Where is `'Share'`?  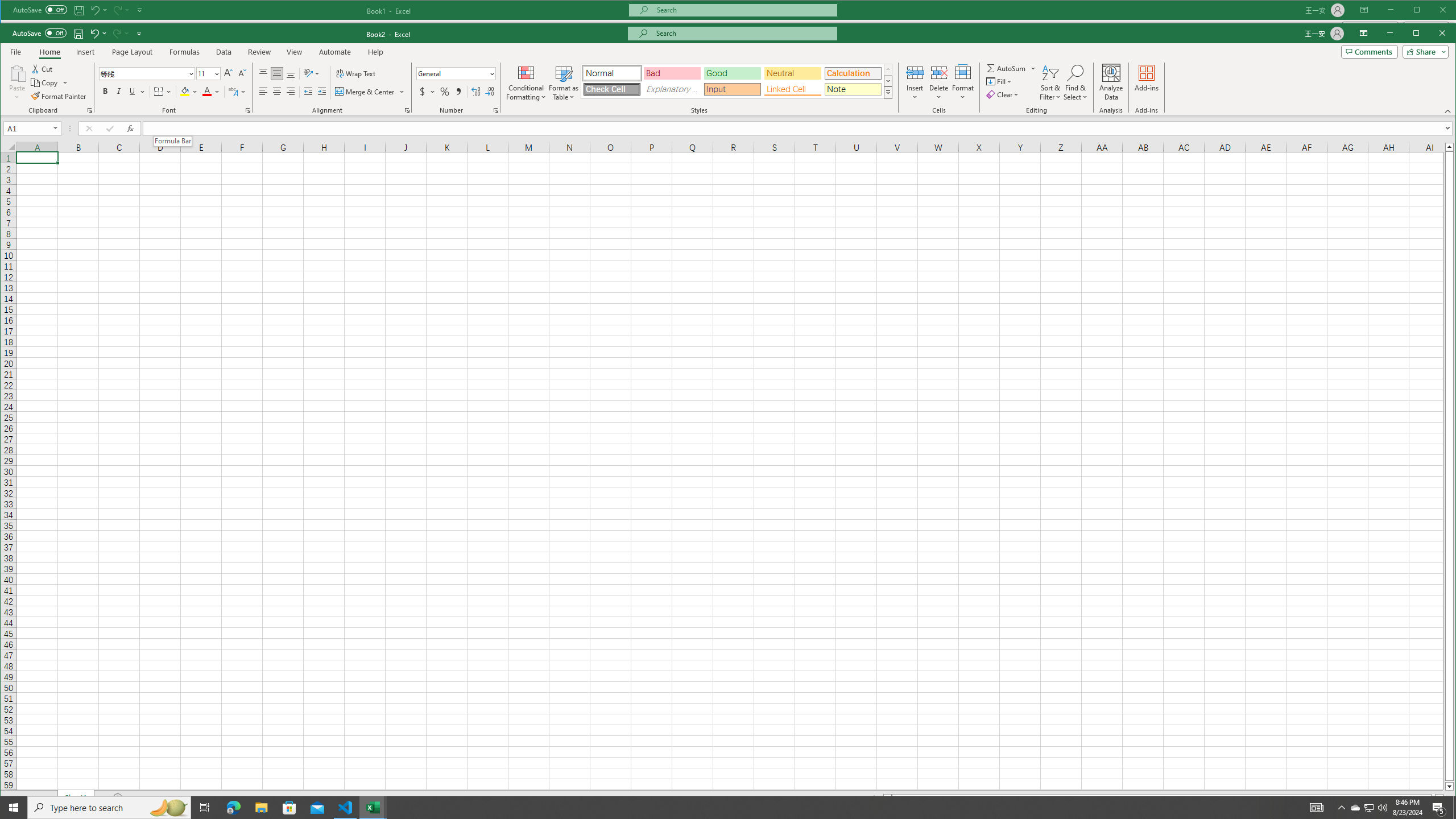
'Share' is located at coordinates (1423, 52).